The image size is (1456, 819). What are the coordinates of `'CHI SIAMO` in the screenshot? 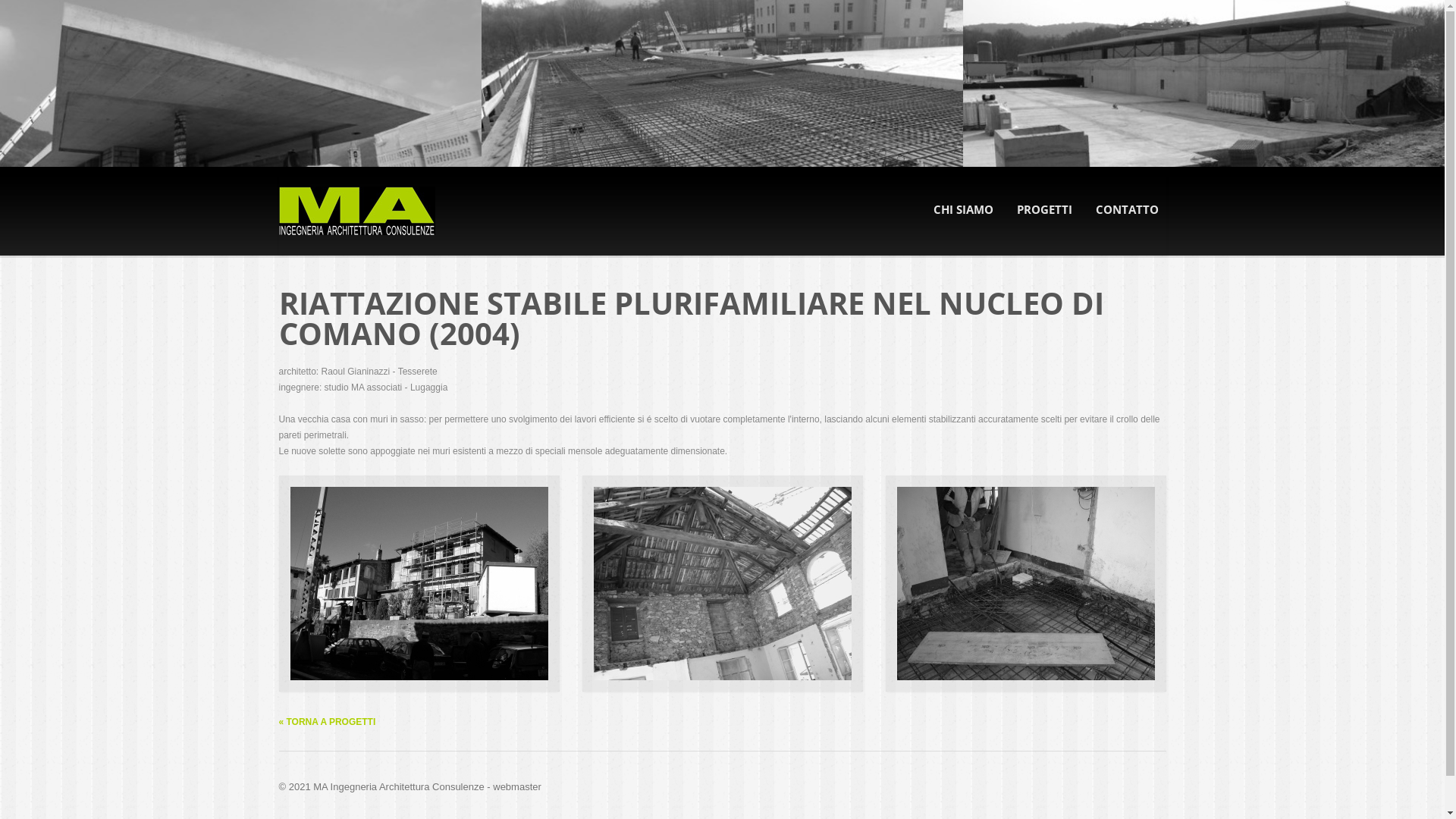 It's located at (962, 209).